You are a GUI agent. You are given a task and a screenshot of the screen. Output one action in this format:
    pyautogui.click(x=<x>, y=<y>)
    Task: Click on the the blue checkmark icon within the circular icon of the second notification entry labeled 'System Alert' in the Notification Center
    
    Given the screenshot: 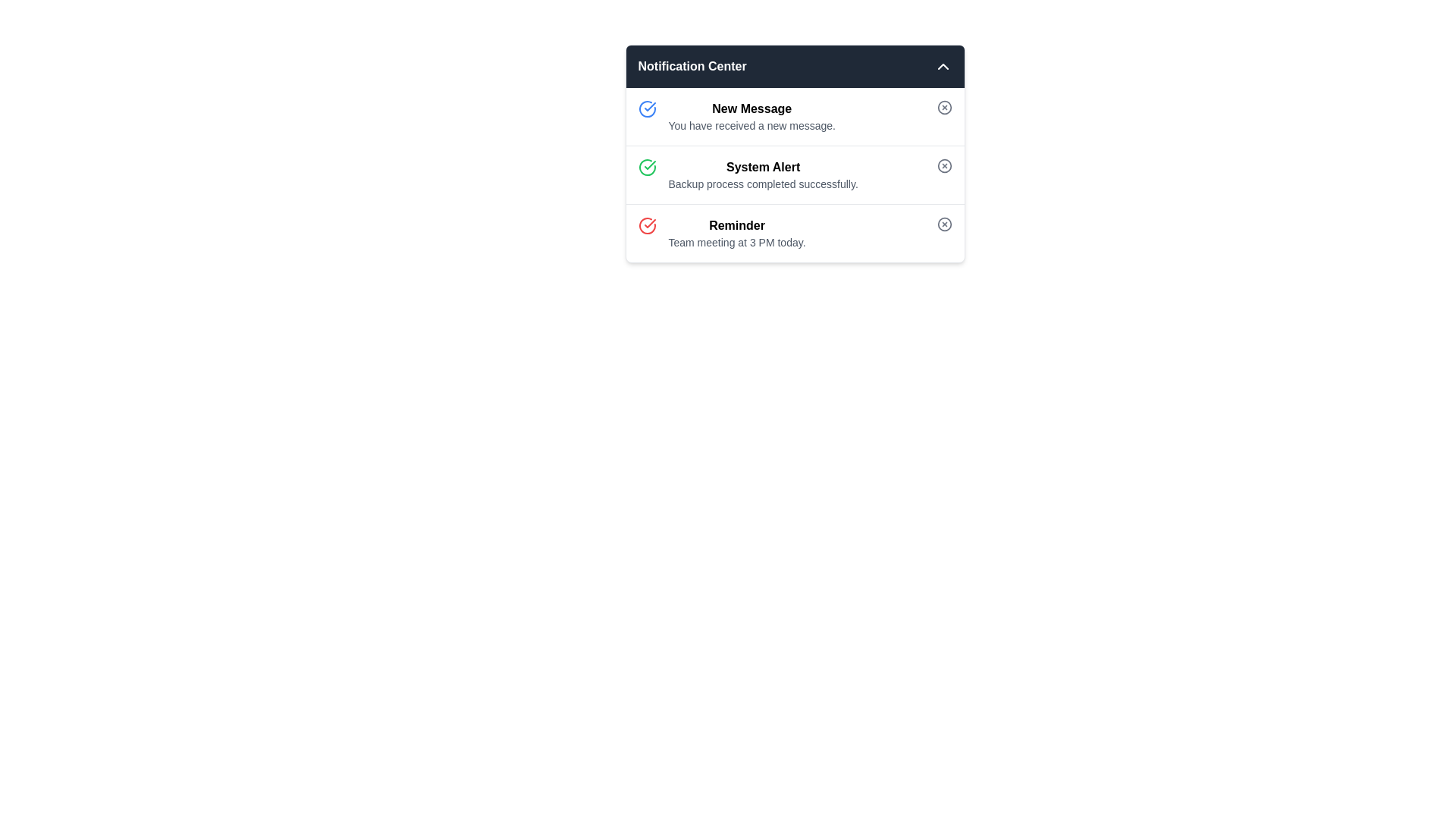 What is the action you would take?
    pyautogui.click(x=650, y=106)
    